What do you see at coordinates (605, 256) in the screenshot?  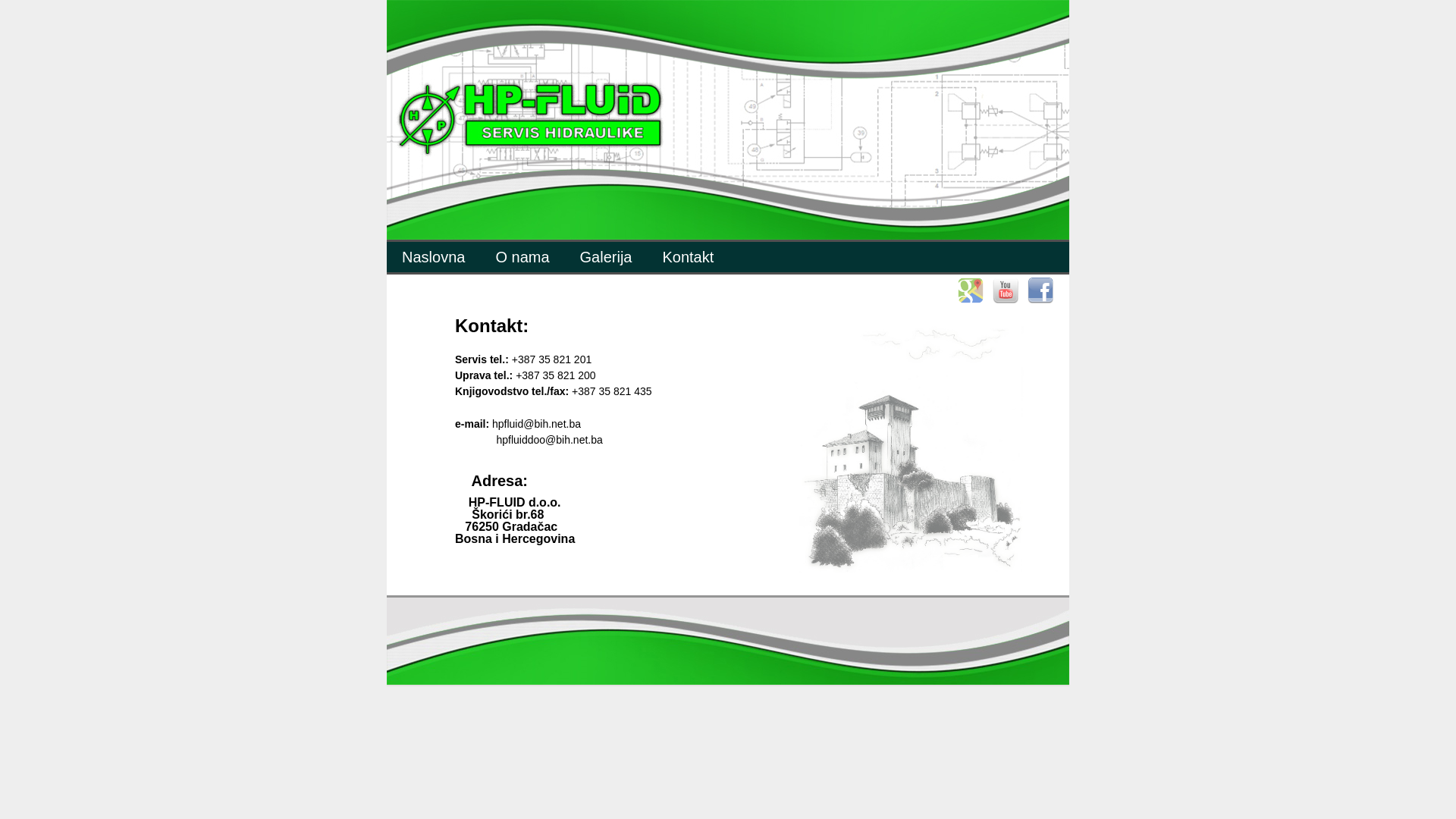 I see `'Galerija'` at bounding box center [605, 256].